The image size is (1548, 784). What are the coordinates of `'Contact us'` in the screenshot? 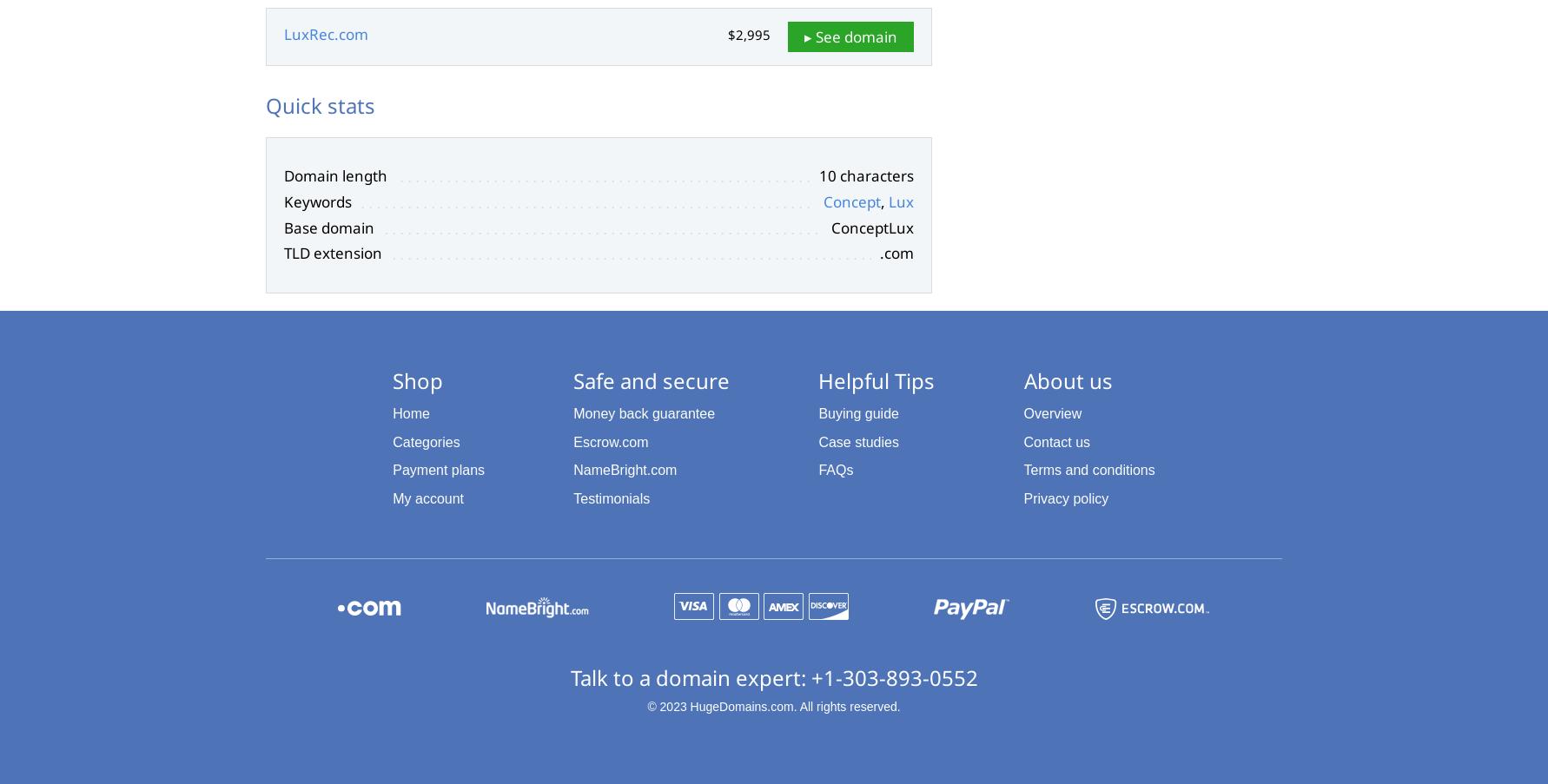 It's located at (1055, 441).